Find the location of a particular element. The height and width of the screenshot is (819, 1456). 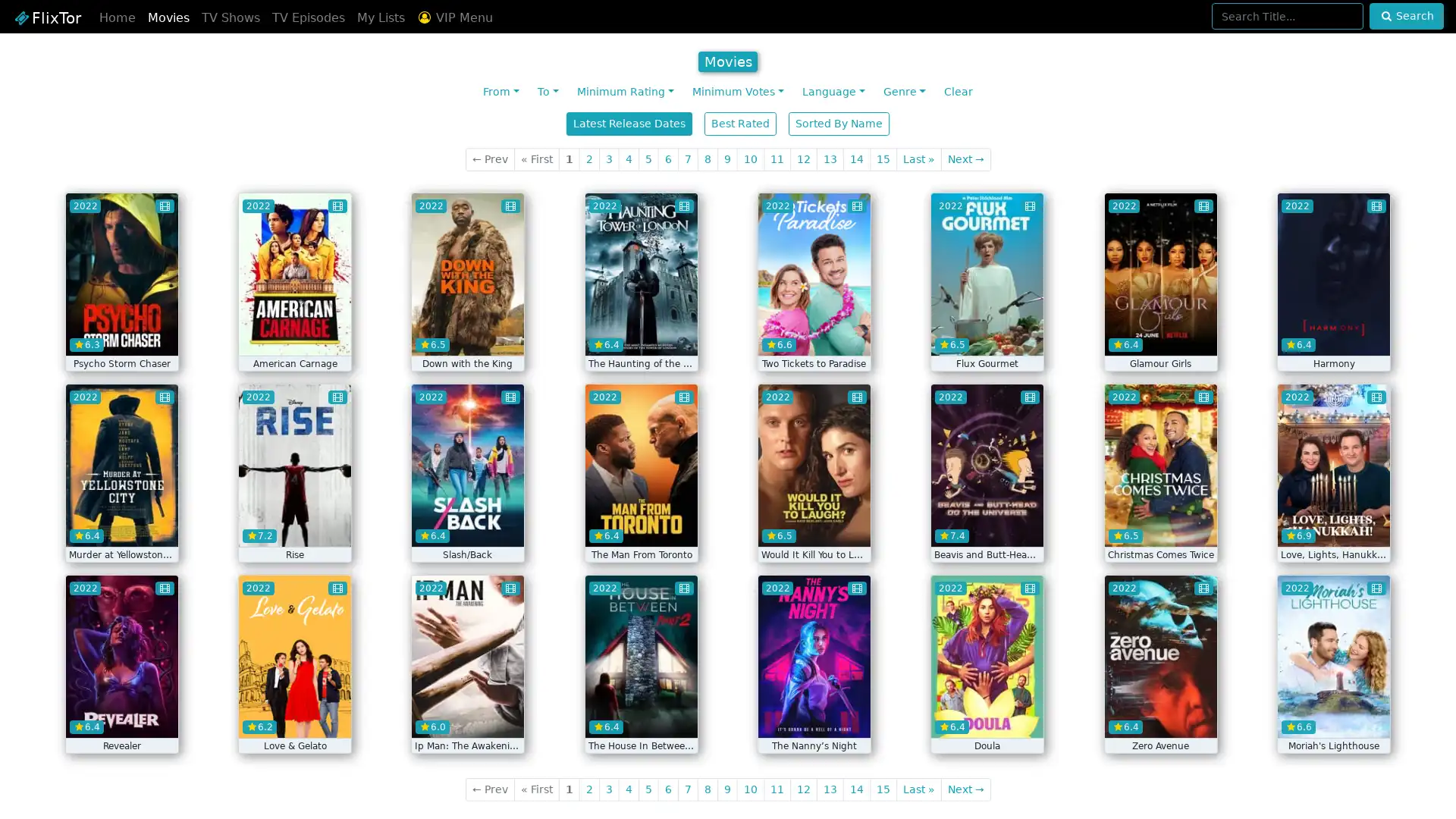

Watch Now is located at coordinates (467, 716).